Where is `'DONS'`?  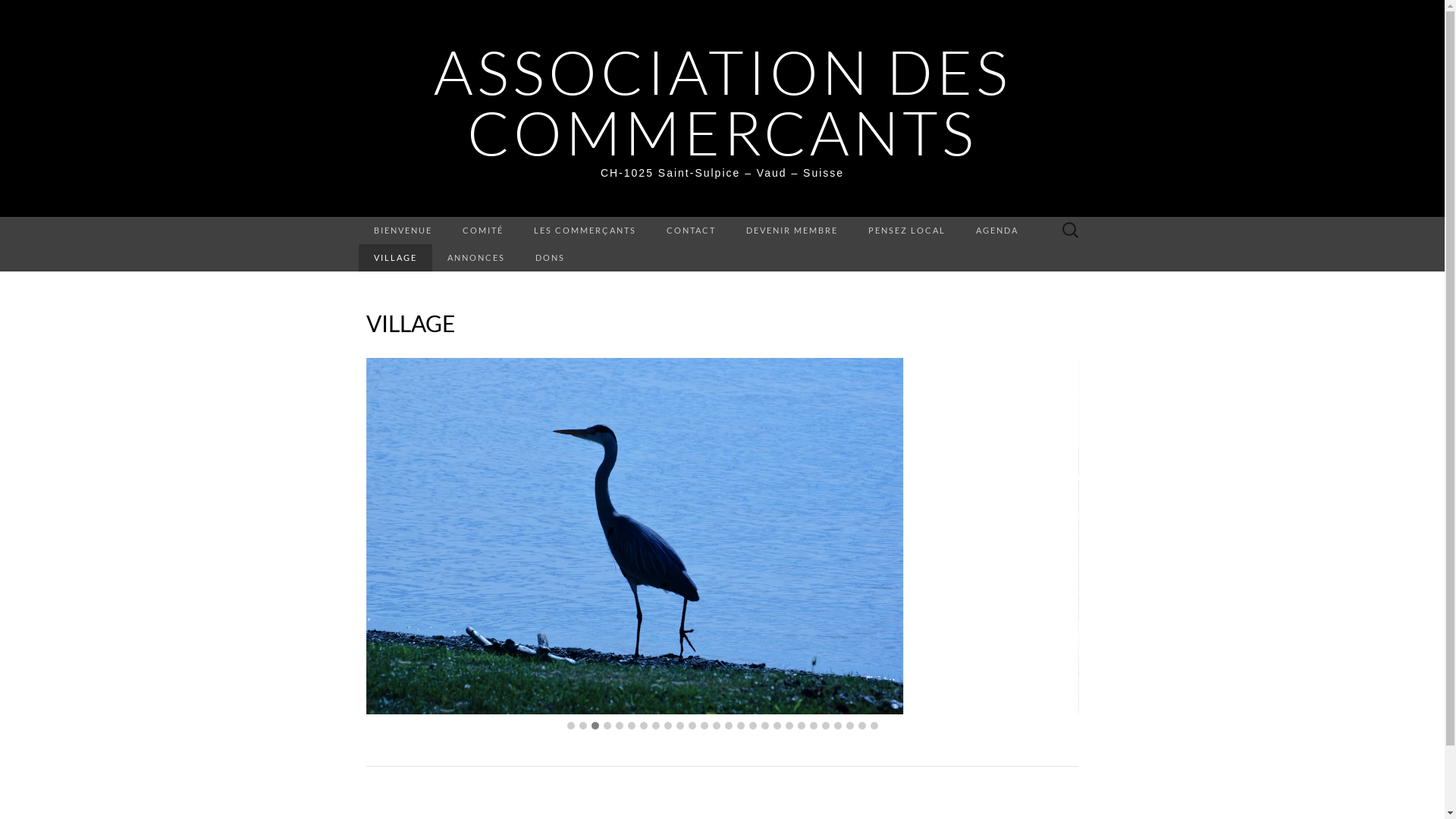
'DONS' is located at coordinates (549, 256).